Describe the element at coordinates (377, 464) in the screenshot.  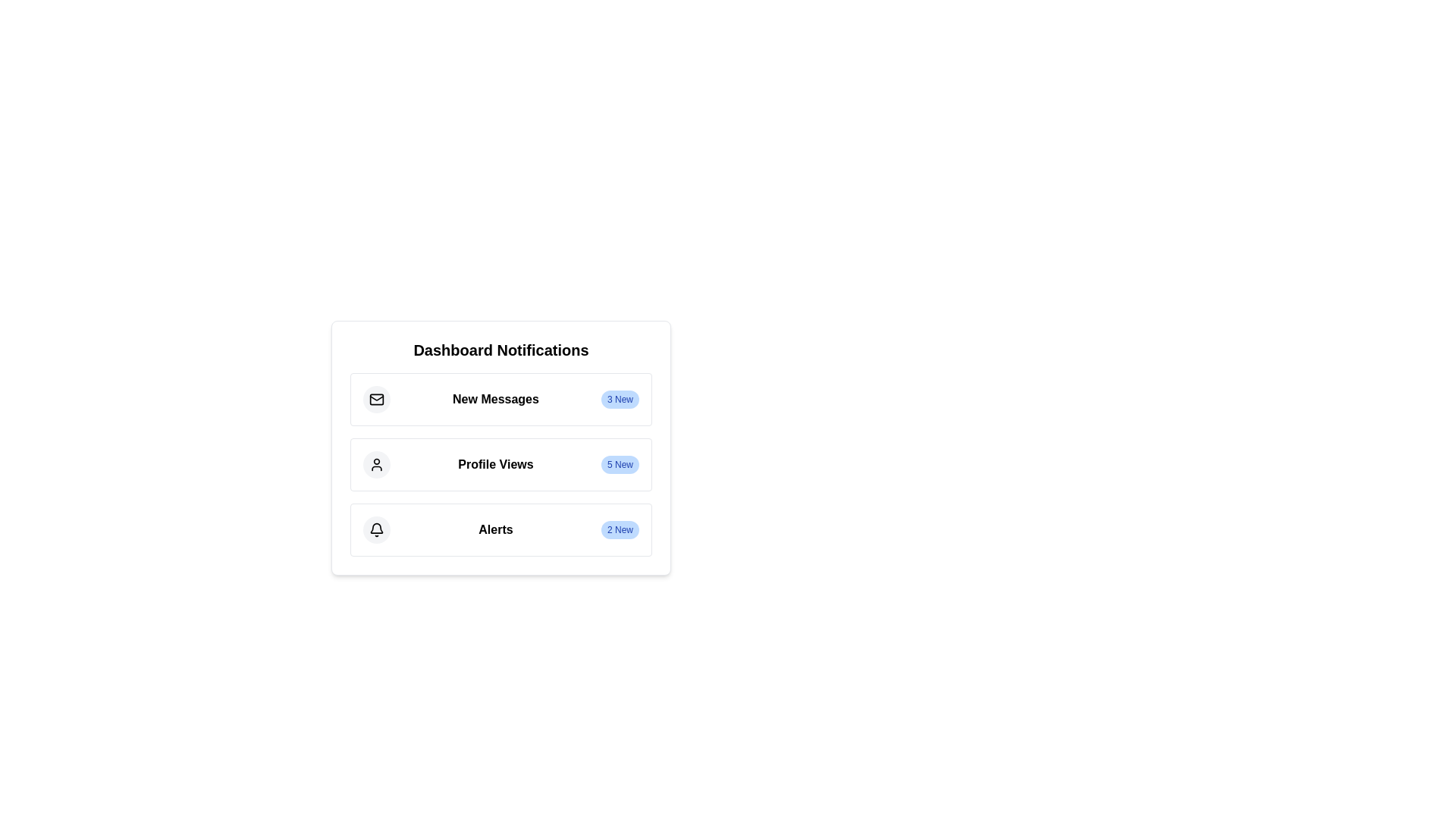
I see `the 'Profile Views' notification icon, which is positioned to the left of the text 'Profile Views' and the badge showing '5 New'` at that location.